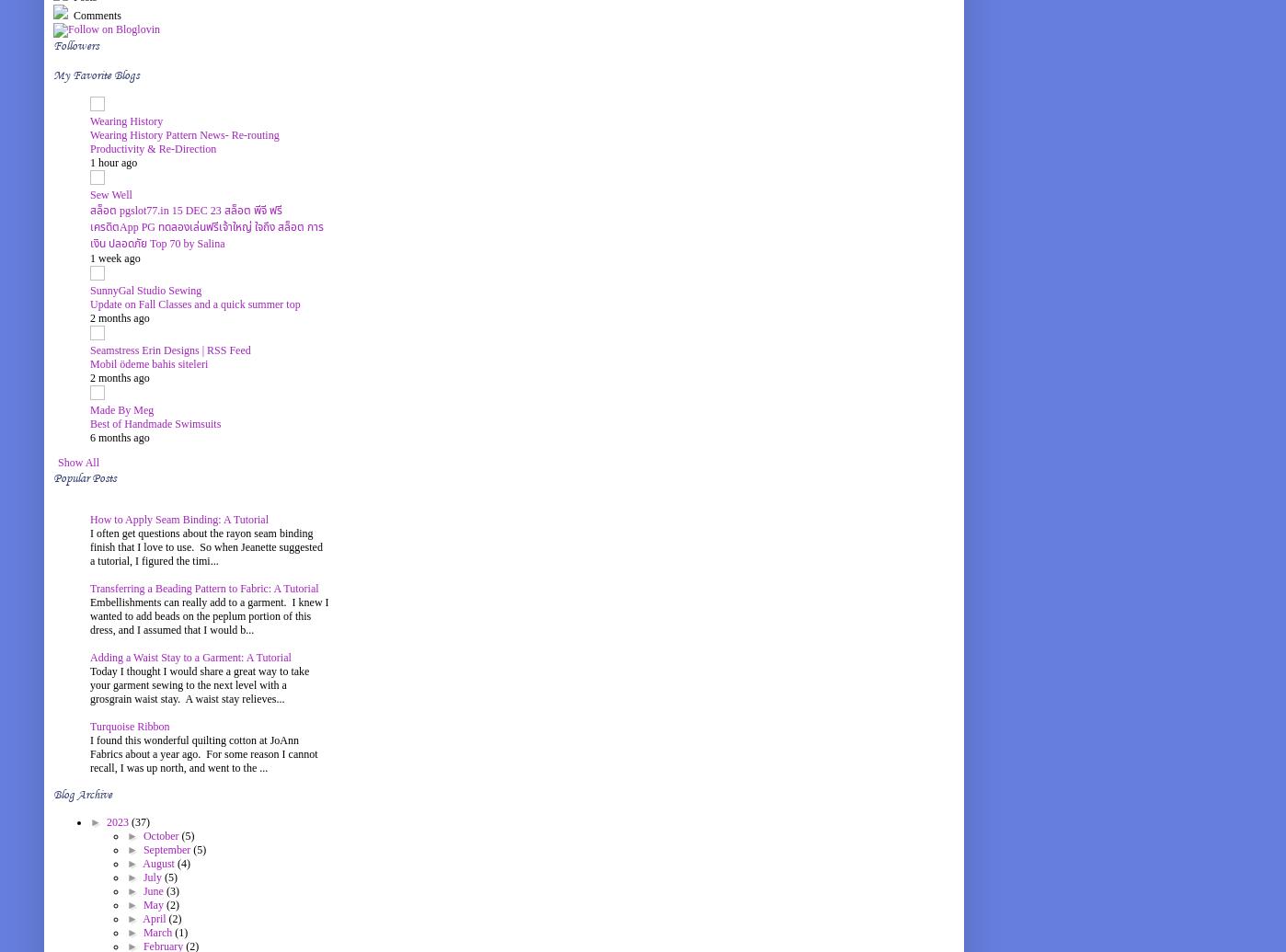 Image resolution: width=1286 pixels, height=952 pixels. I want to click on 'Mobil ödeme bahis siteleri', so click(149, 363).